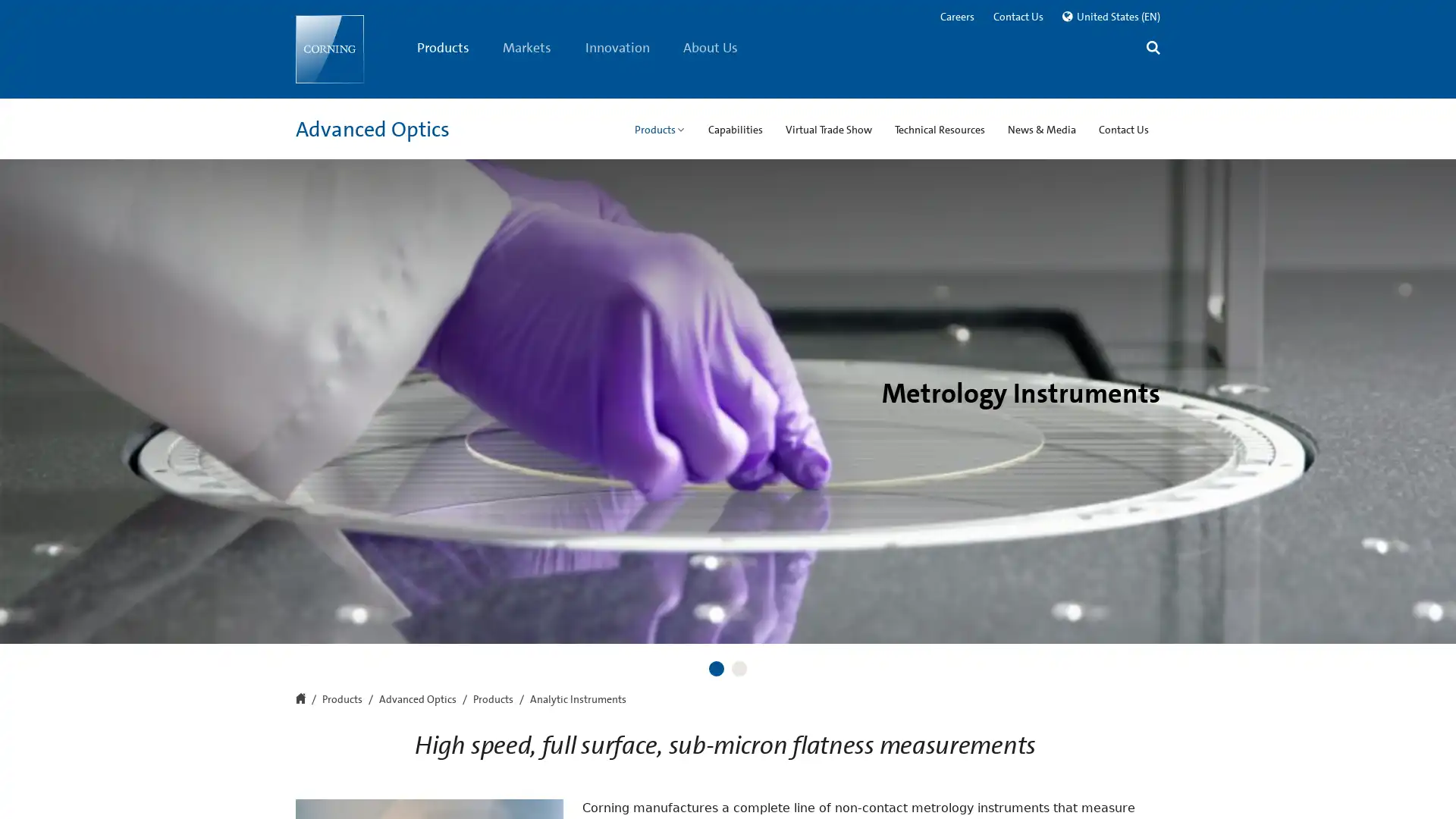 The width and height of the screenshot is (1456, 819). I want to click on 1, so click(716, 668).